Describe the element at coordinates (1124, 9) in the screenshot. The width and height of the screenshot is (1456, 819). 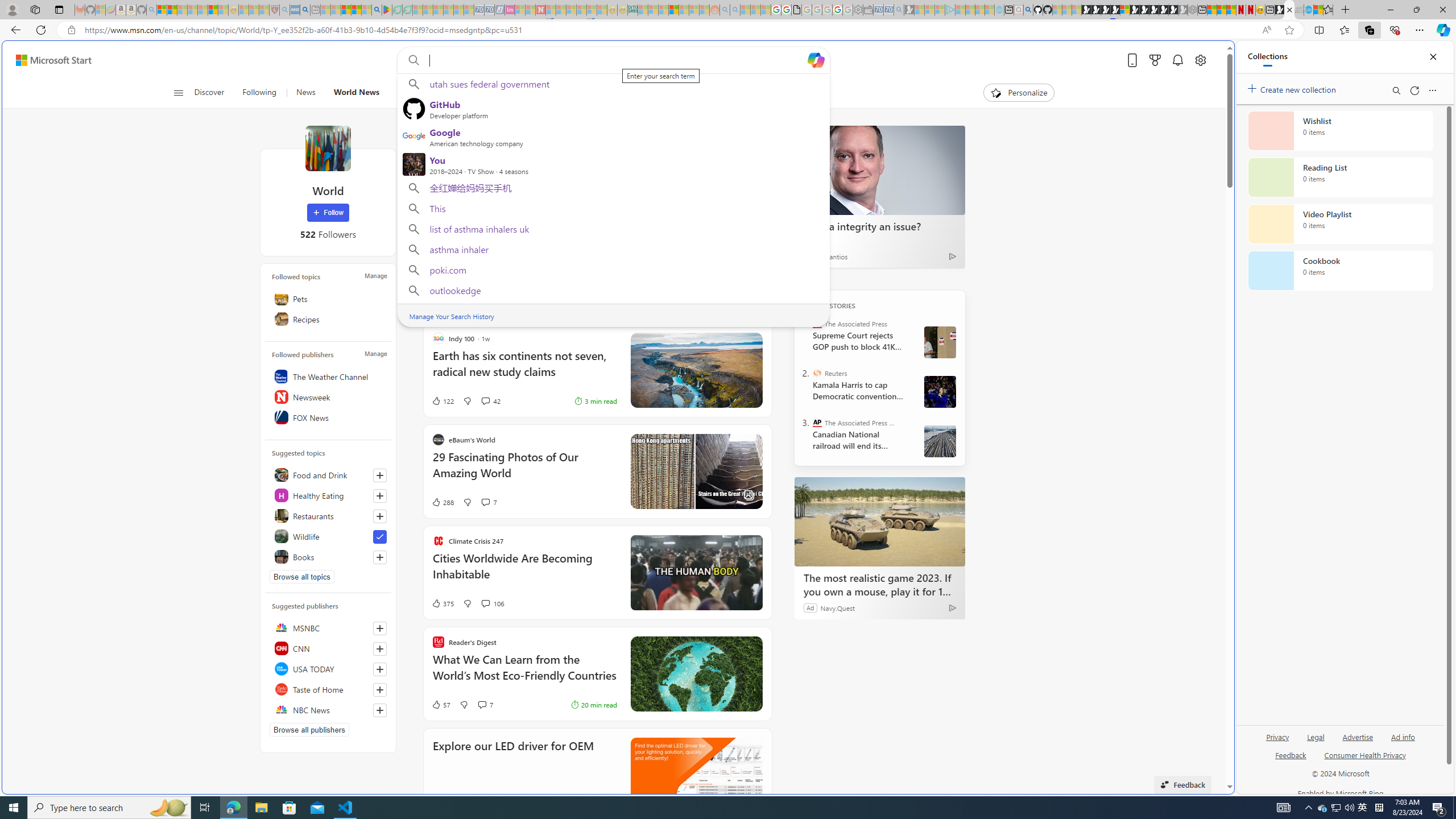
I see `'Sign in to your account'` at that location.